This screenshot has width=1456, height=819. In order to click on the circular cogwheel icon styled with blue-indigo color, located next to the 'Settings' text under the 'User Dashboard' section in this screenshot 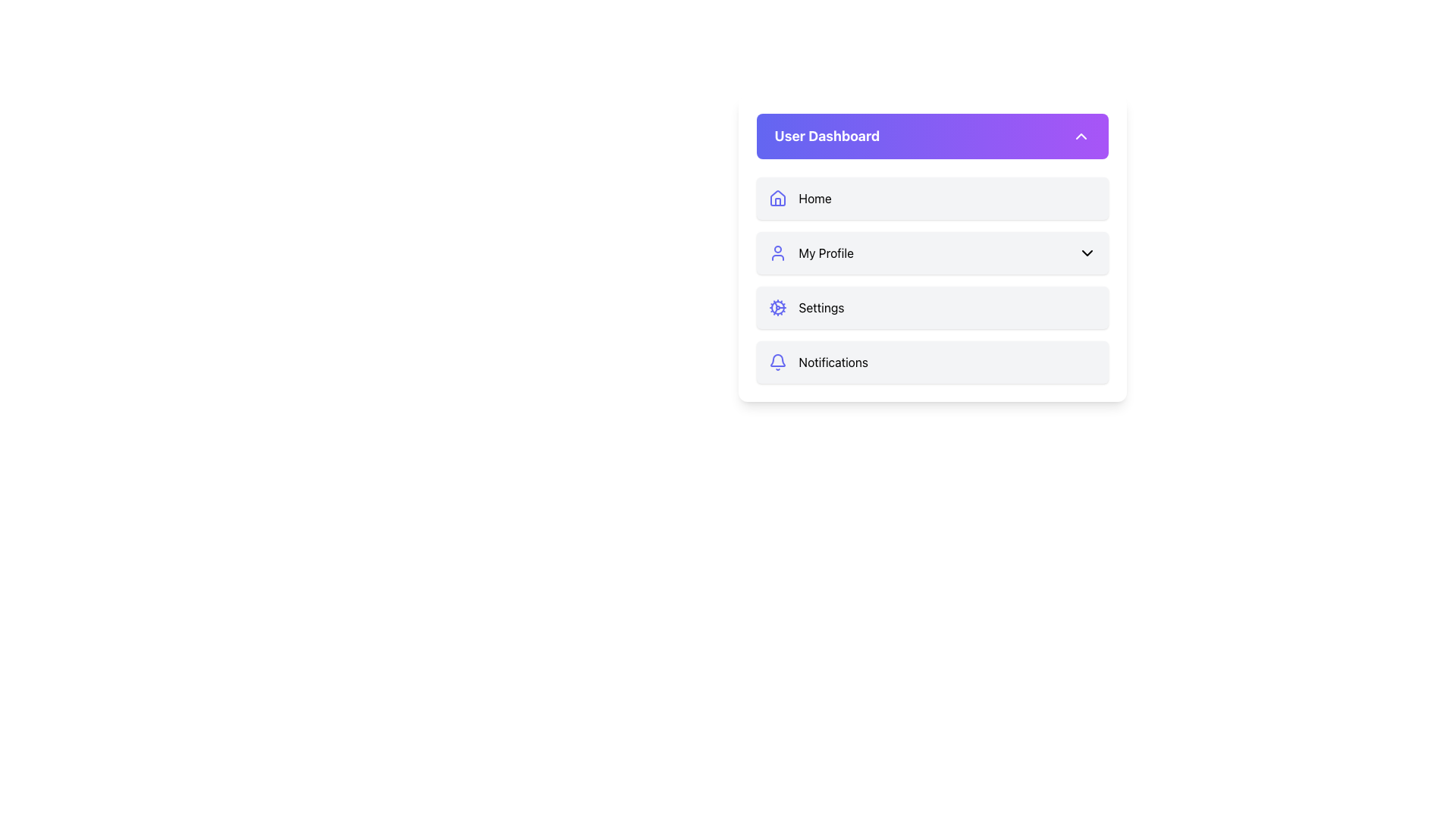, I will do `click(777, 307)`.